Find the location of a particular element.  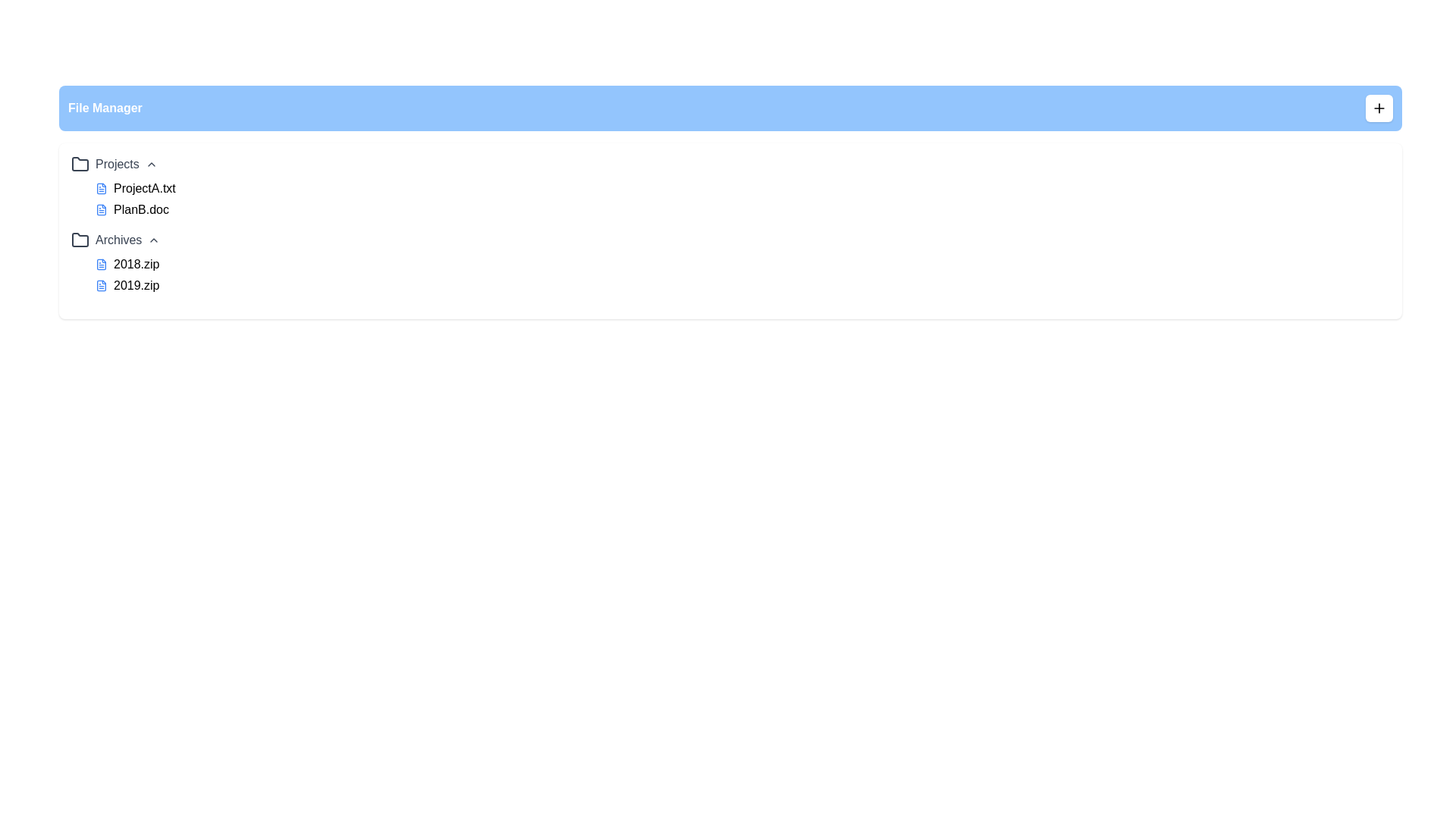

the File Icon representing the '2018.zip' entry located under the 'Archives' section in the UI is located at coordinates (101, 263).